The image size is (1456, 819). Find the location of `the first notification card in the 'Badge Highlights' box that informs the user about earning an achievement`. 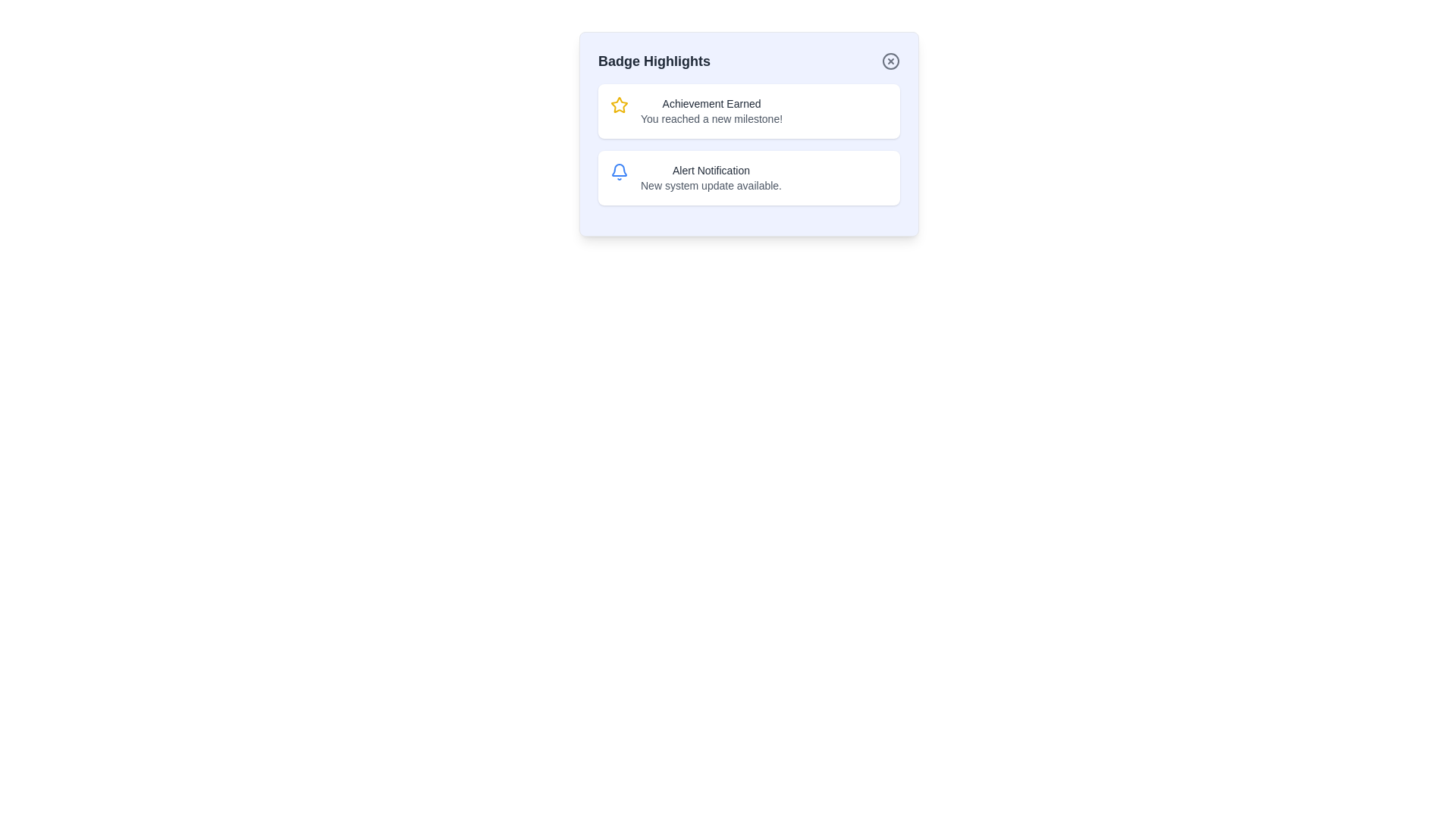

the first notification card in the 'Badge Highlights' box that informs the user about earning an achievement is located at coordinates (749, 110).